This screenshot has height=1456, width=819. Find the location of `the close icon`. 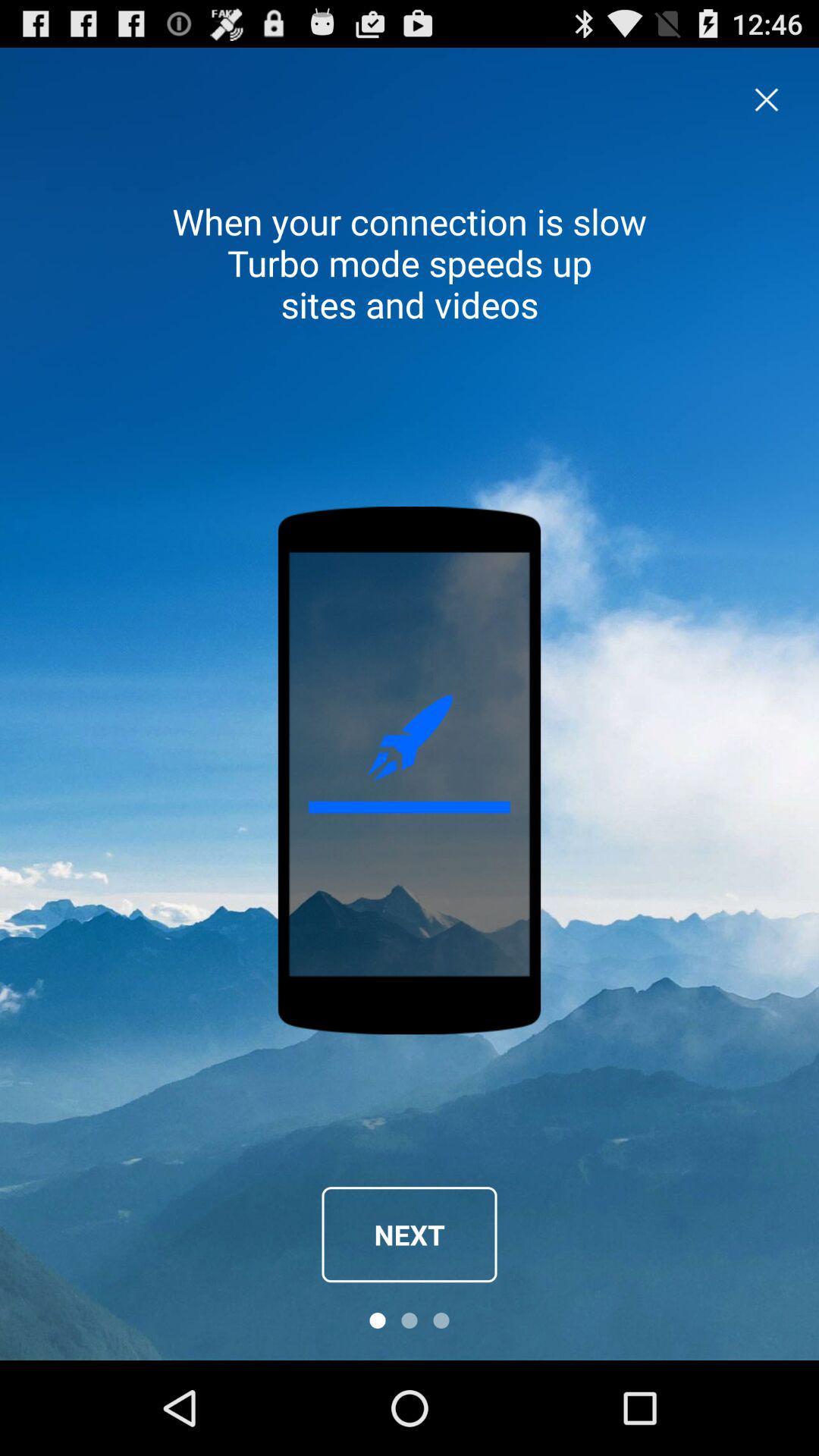

the close icon is located at coordinates (766, 105).